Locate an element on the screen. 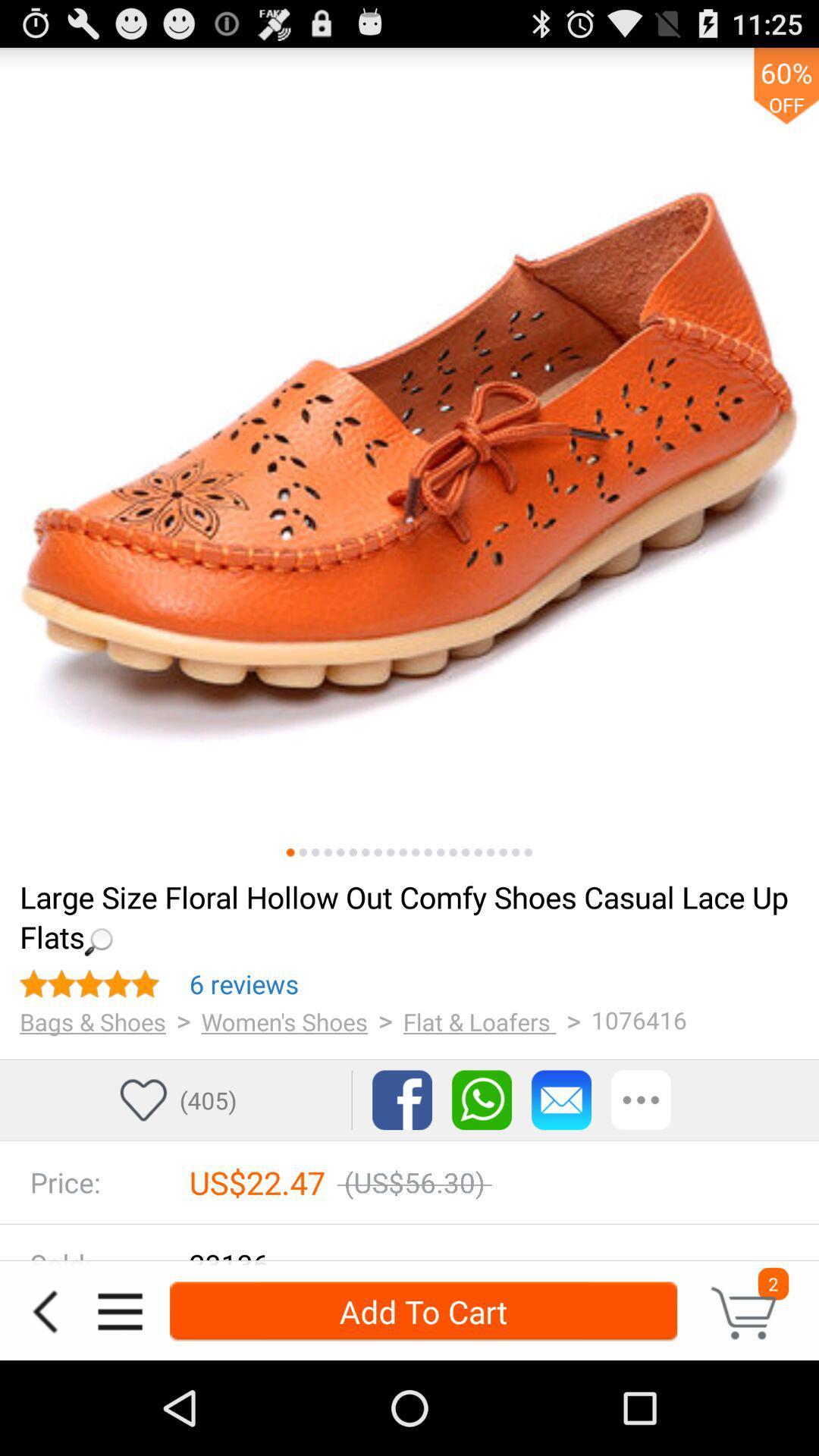  email the information about this product to an email address is located at coordinates (561, 1100).